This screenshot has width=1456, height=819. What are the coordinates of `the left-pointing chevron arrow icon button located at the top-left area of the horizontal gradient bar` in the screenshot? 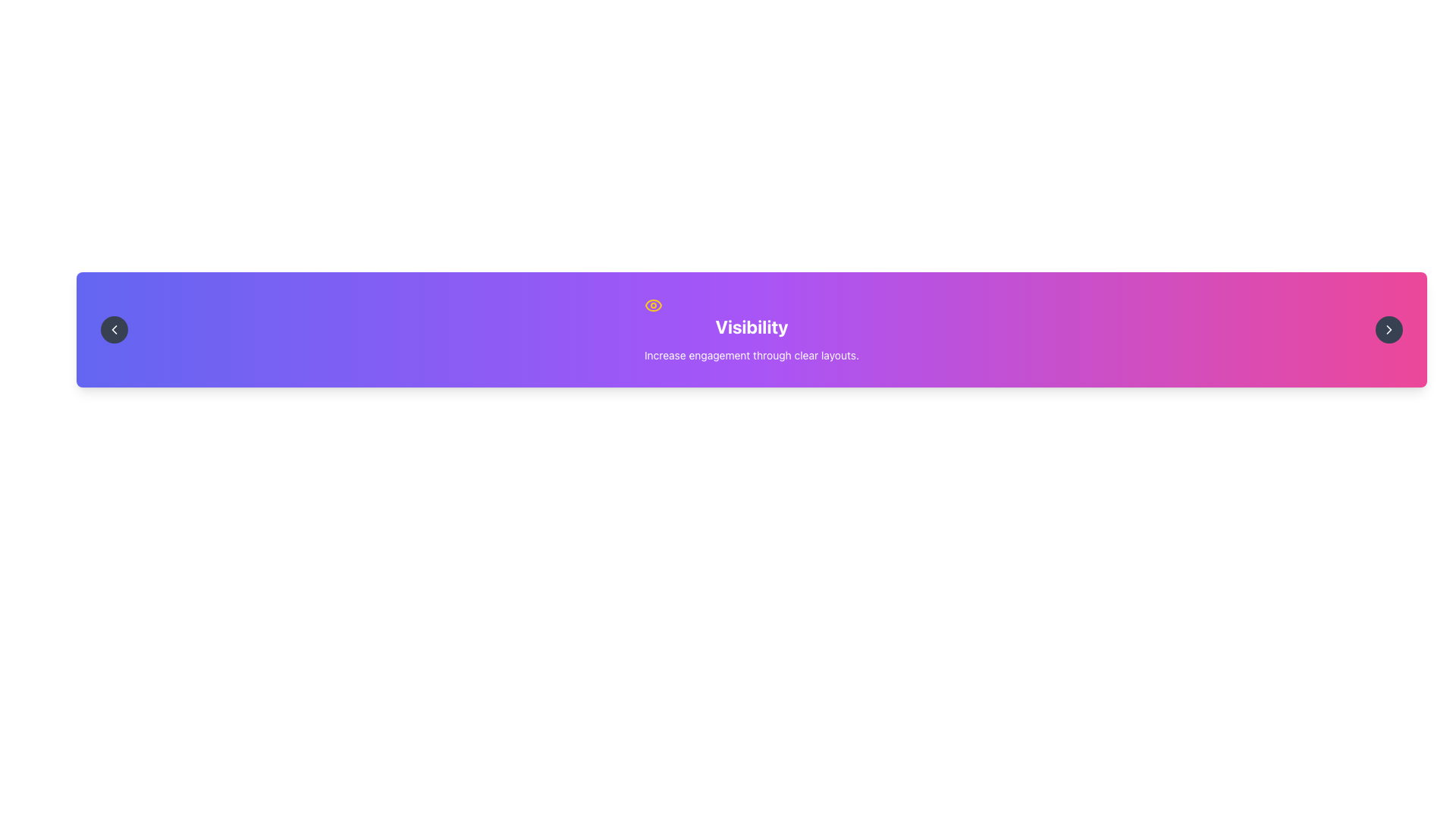 It's located at (113, 329).